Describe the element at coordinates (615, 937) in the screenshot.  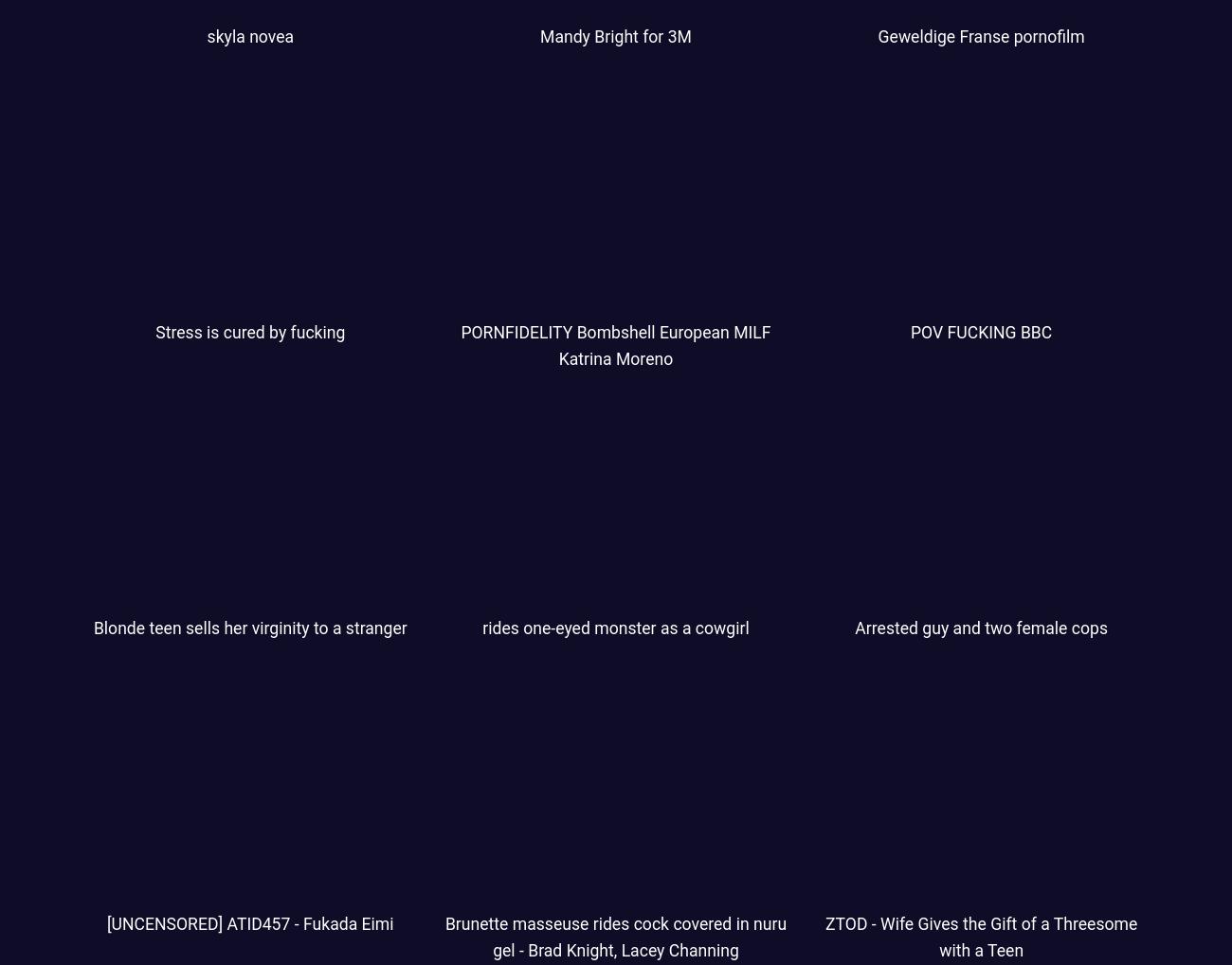
I see `'Brunette masseuse rides cock covered in nuru gel - Brad Knight, Lacey Channing'` at that location.